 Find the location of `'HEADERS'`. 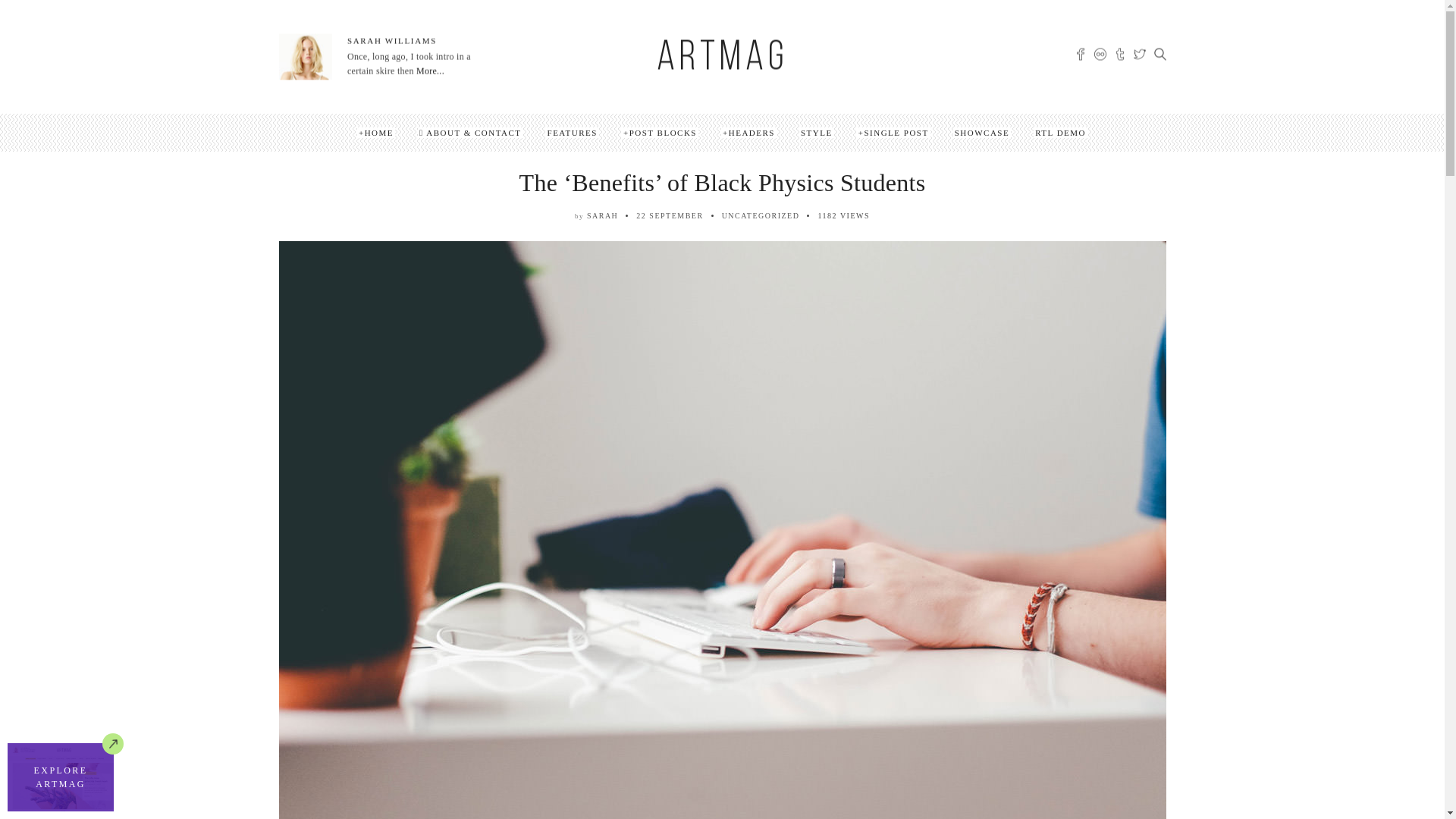

'HEADERS' is located at coordinates (720, 131).